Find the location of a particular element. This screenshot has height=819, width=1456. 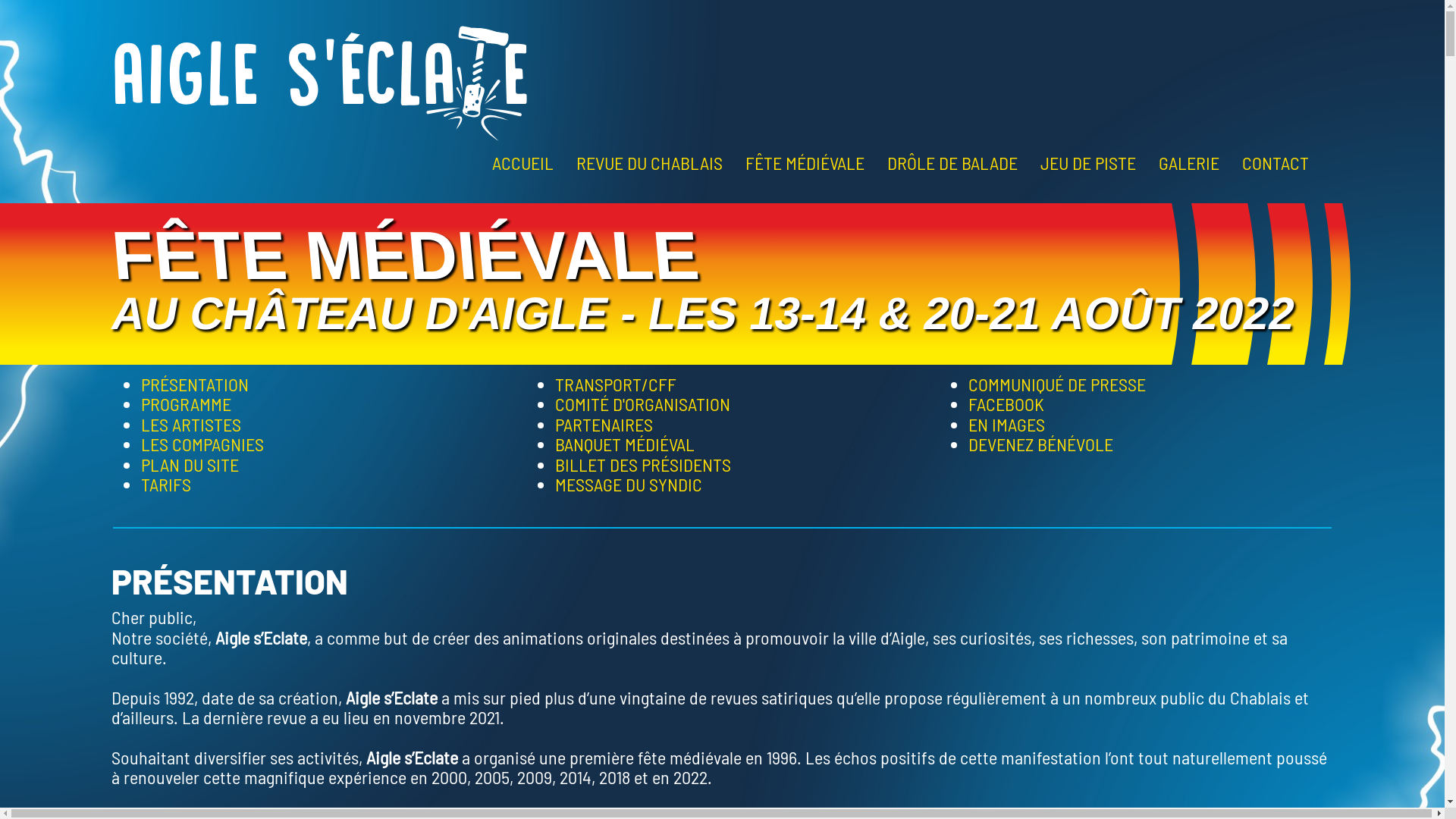

'LES COMPAGNIES' is located at coordinates (202, 444).